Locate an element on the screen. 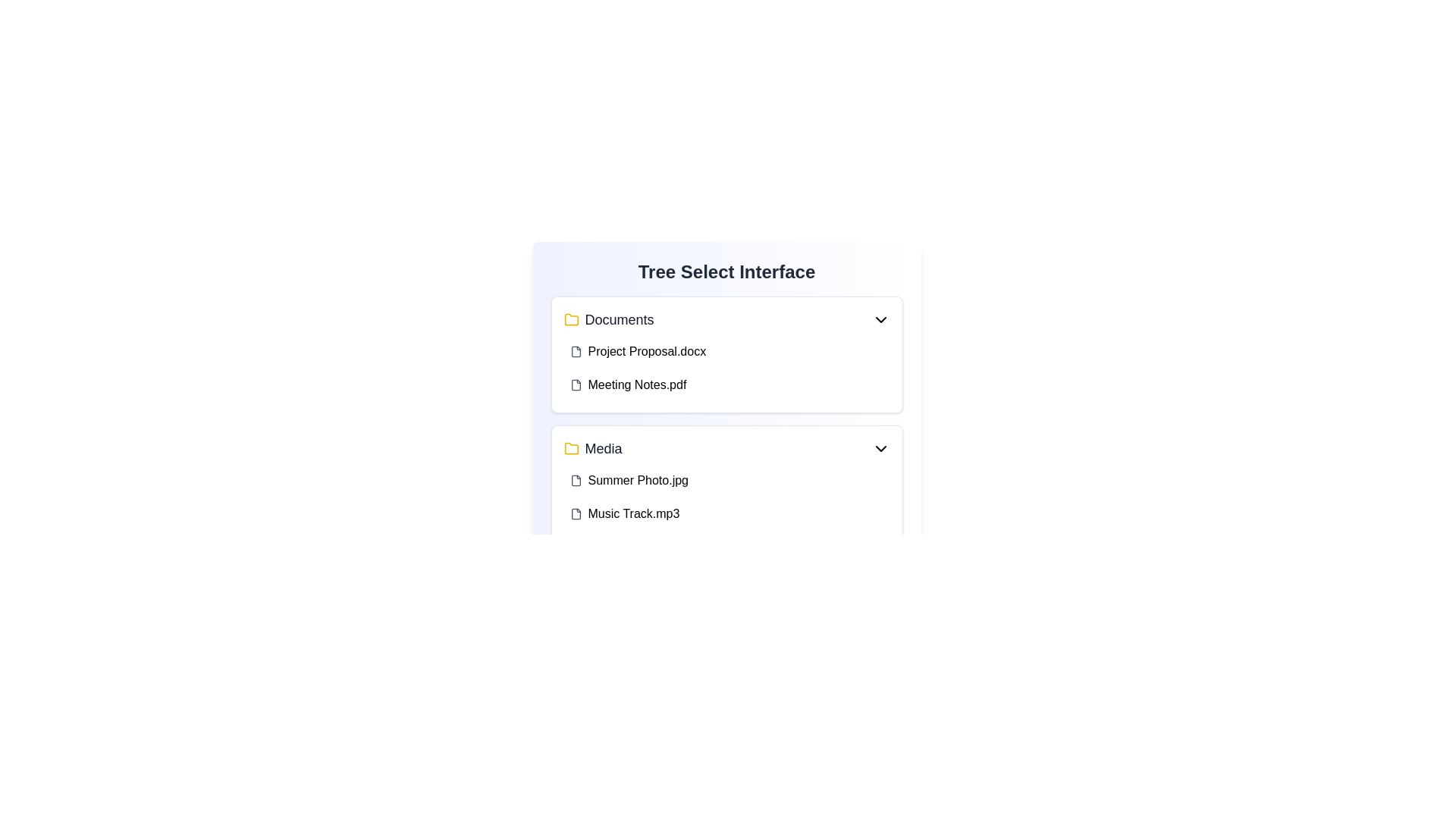 The width and height of the screenshot is (1456, 819). the selectable file entry labeled 'Summer Photo.jpg' is located at coordinates (726, 480).